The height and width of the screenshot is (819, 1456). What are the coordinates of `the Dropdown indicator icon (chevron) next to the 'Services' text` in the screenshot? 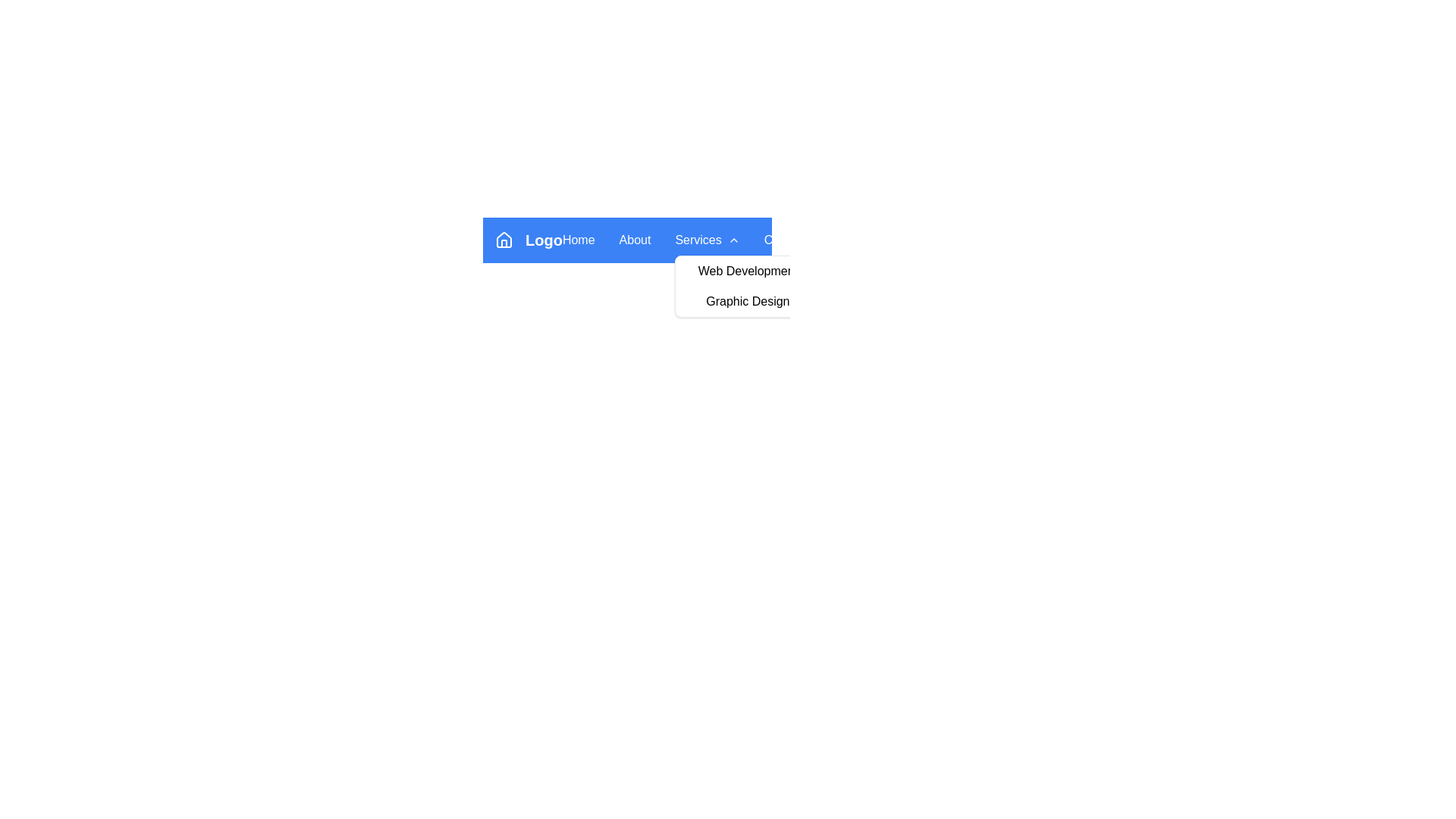 It's located at (733, 239).